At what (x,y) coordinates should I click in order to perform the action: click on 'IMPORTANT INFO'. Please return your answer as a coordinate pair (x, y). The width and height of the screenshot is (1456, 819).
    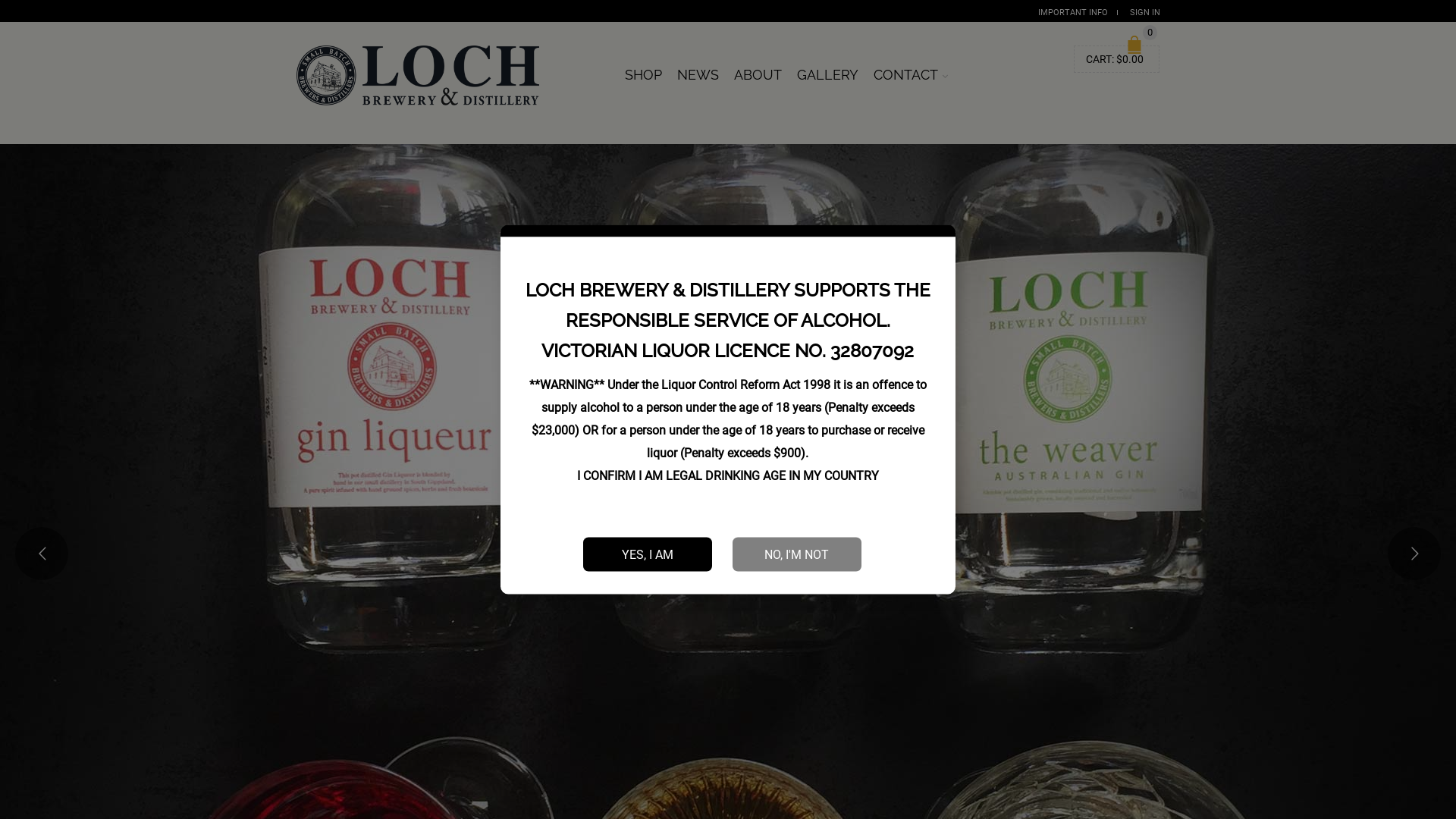
    Looking at the image, I should click on (1072, 12).